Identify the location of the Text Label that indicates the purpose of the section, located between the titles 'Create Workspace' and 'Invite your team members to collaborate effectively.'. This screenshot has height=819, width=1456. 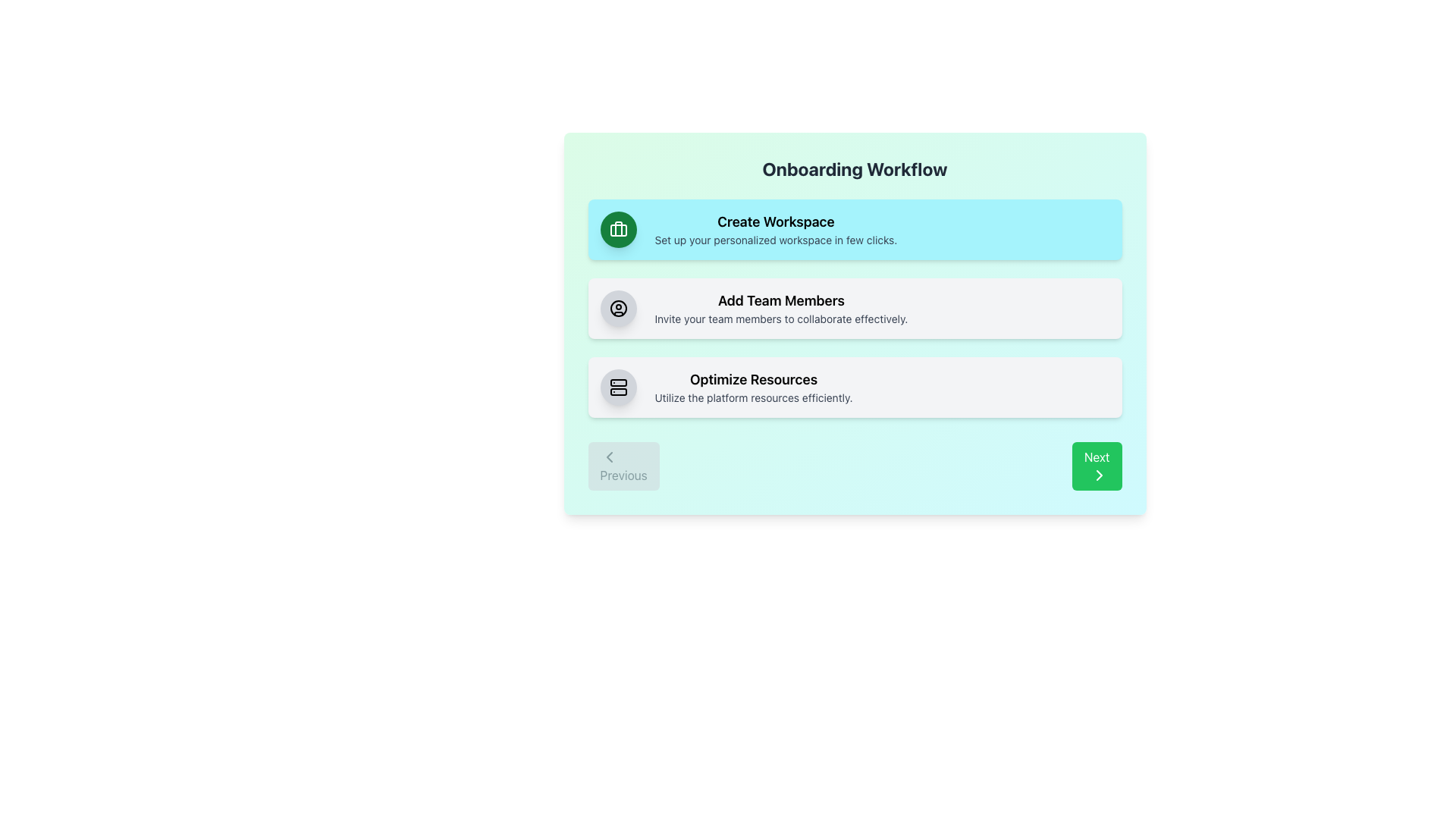
(781, 301).